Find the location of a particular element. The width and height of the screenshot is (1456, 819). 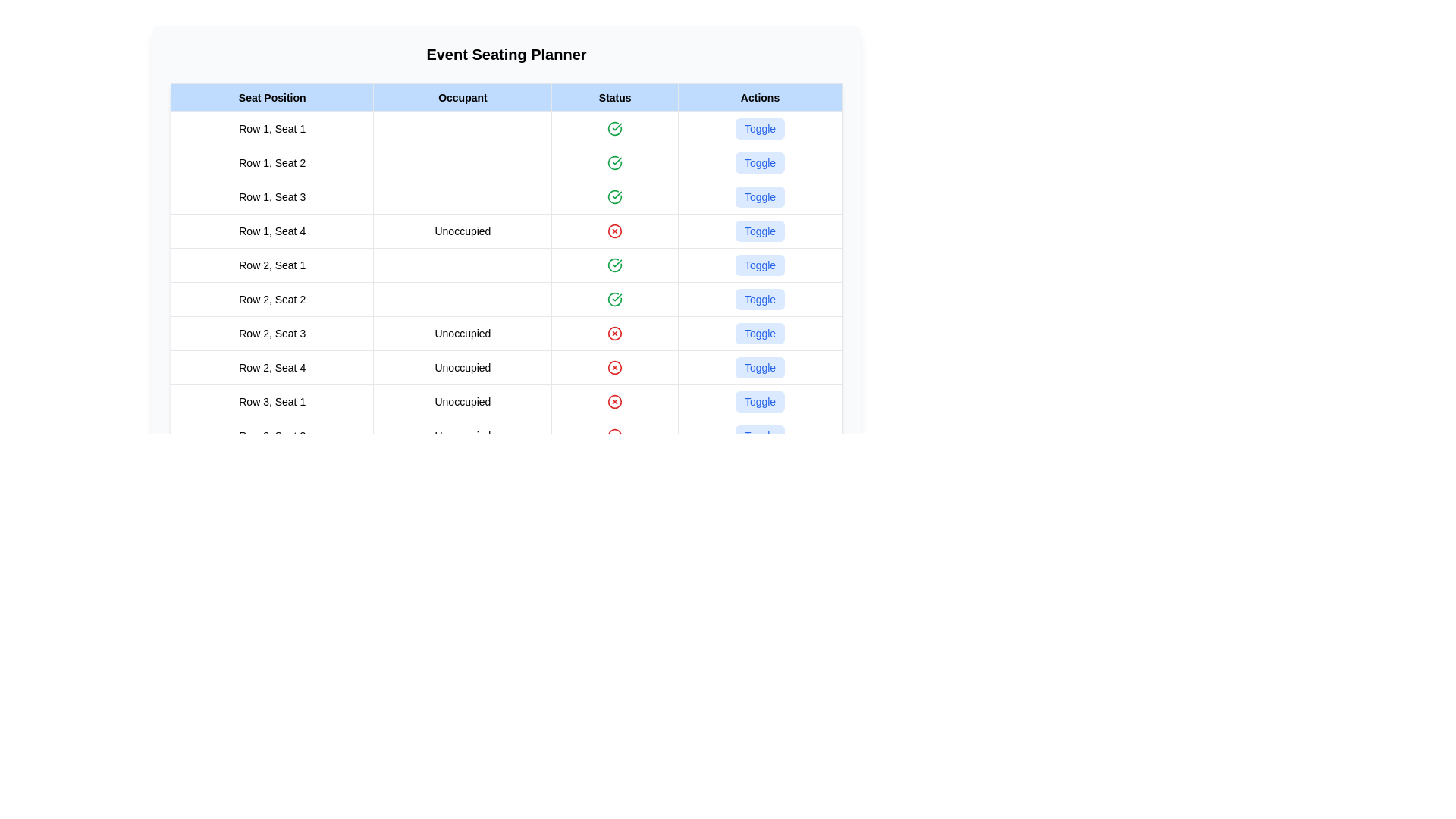

the button that toggles the state for 'Row 2, Seat 4' located in the last column under the 'Actions' header is located at coordinates (760, 368).